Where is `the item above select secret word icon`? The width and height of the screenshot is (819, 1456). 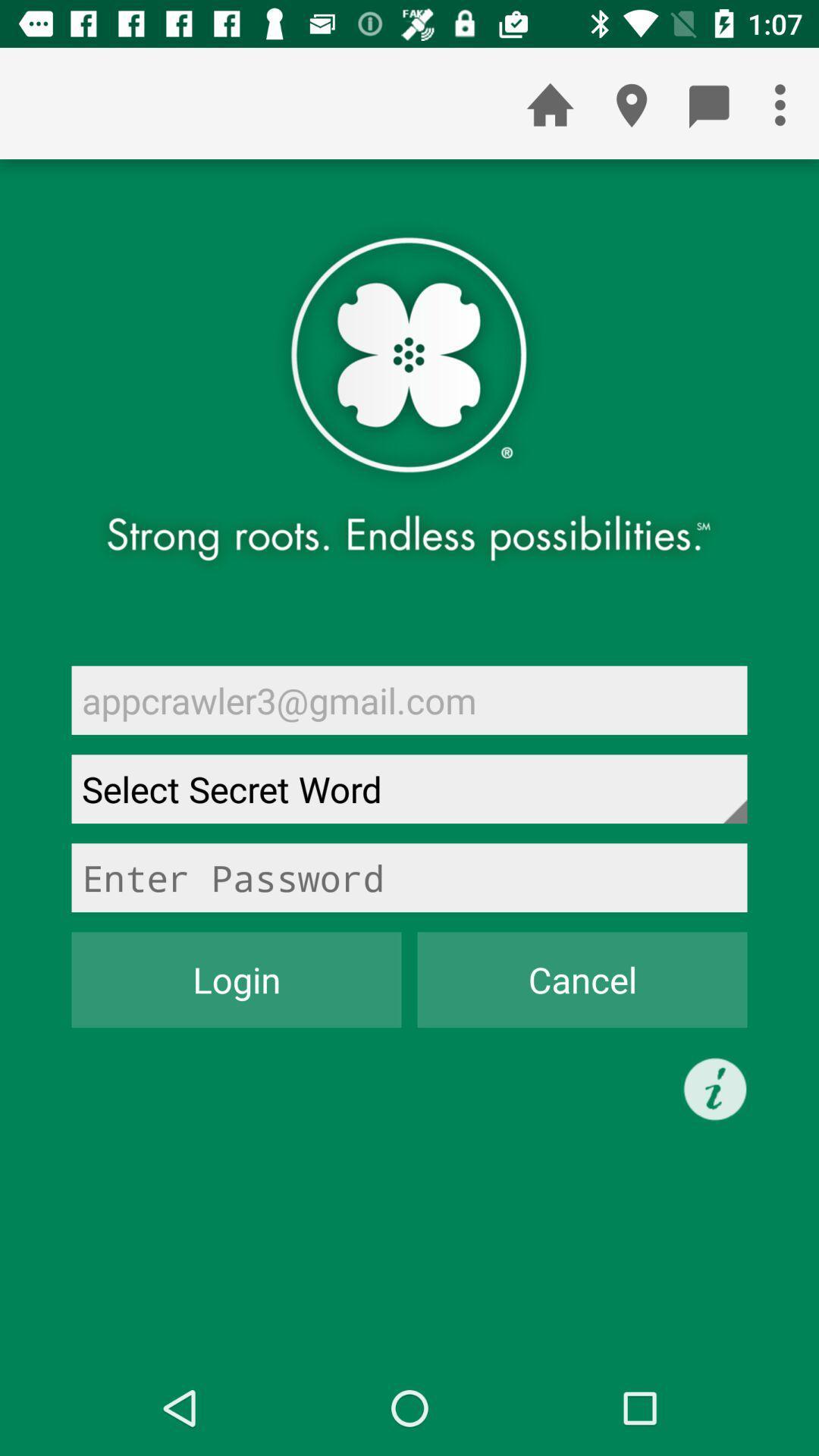
the item above select secret word icon is located at coordinates (409, 699).